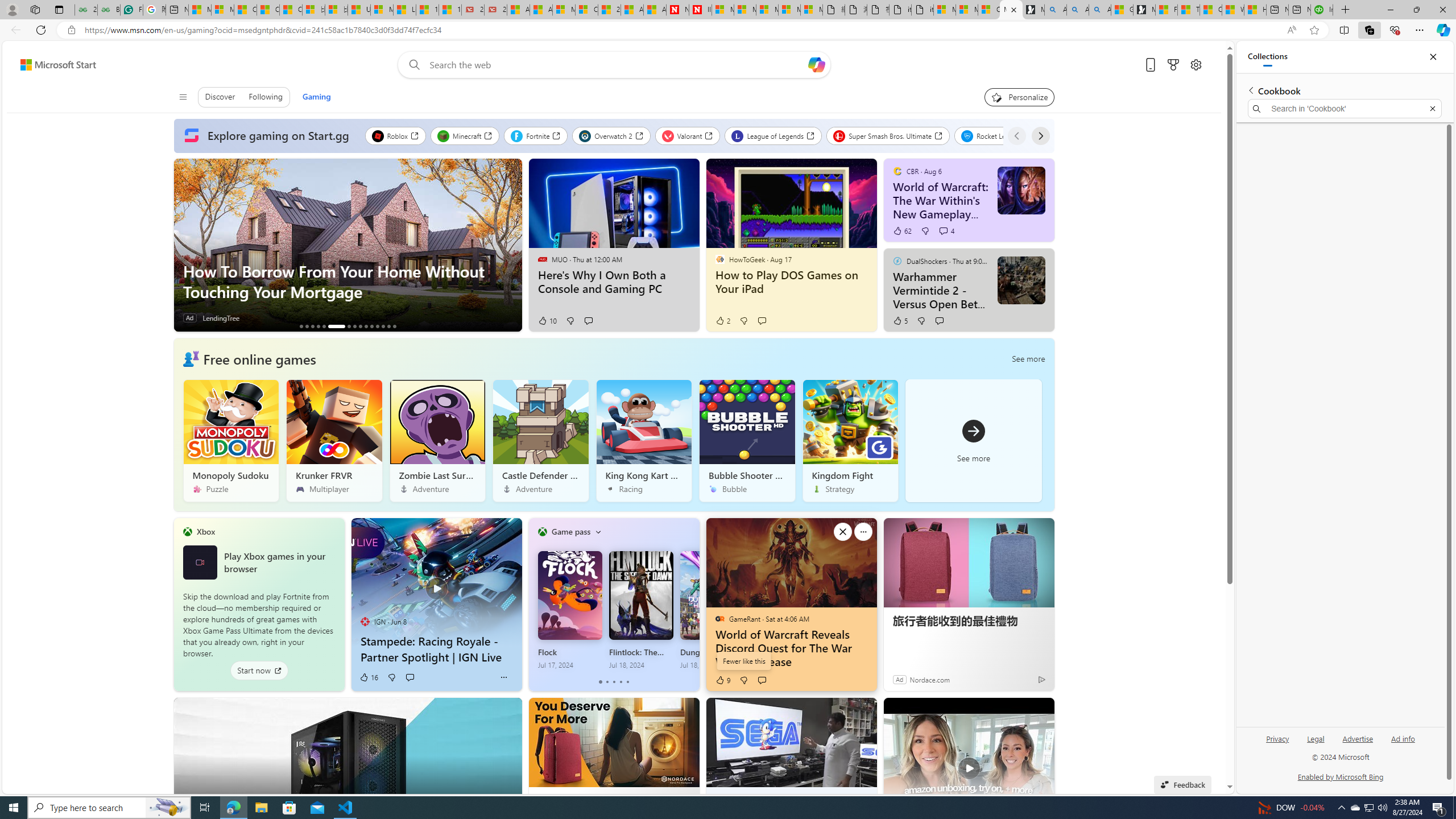 Image resolution: width=1456 pixels, height=819 pixels. I want to click on 'AutomationID: tab_nativead-infopane-14', so click(388, 326).